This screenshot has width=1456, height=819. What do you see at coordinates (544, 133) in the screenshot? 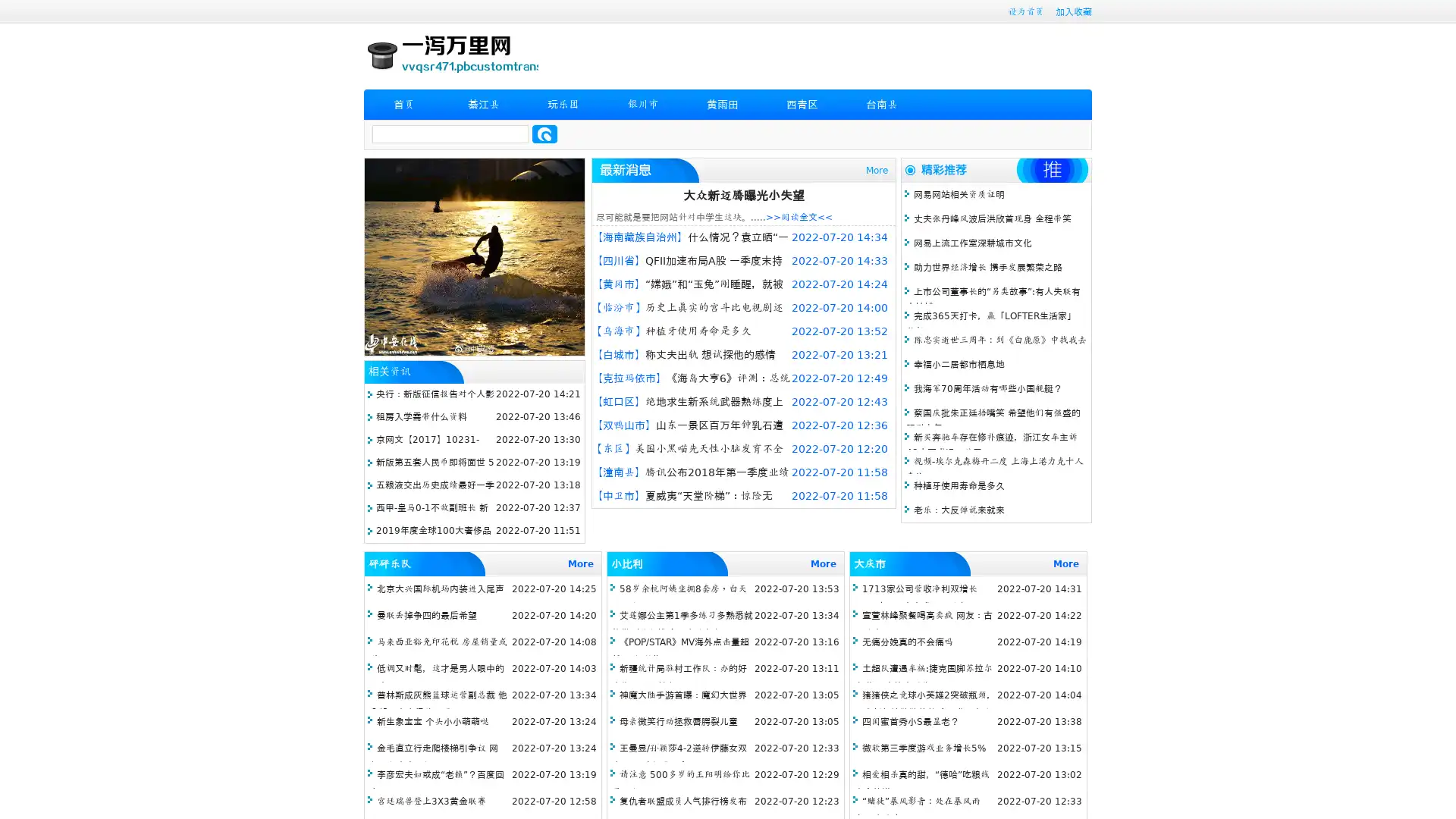
I see `Search` at bounding box center [544, 133].